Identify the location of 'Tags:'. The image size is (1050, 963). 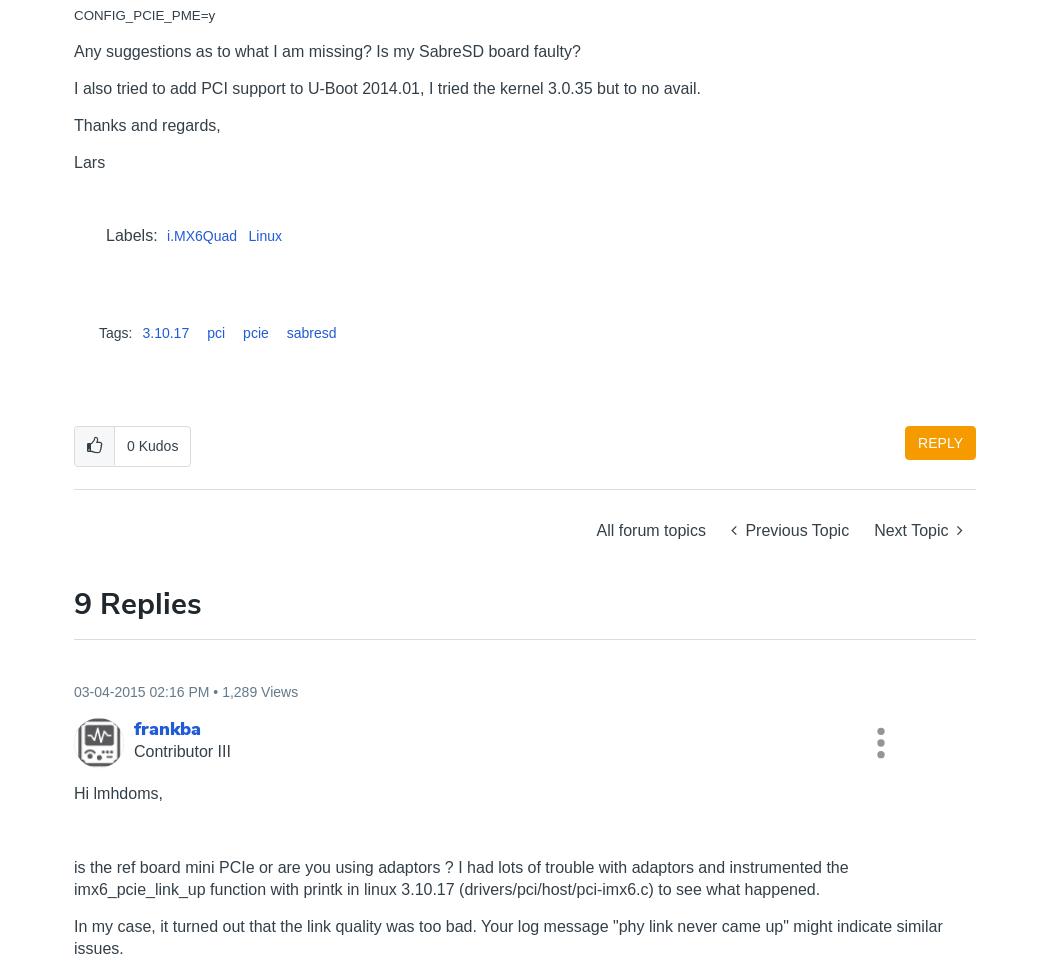
(114, 333).